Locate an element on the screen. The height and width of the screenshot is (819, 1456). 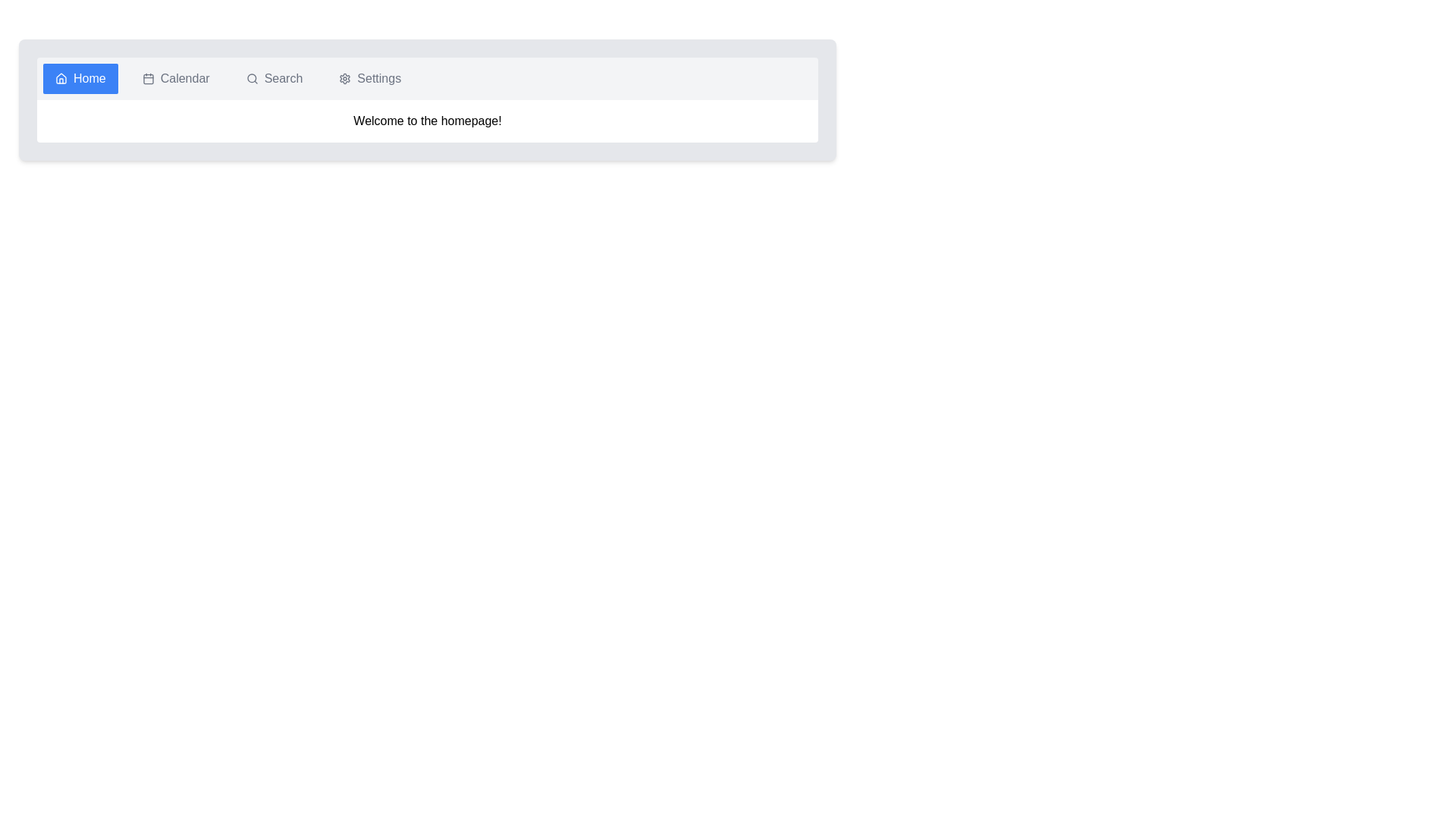
the search label text located in the navigation bar, next to the magnifying glass icon, which visually represents the search function is located at coordinates (284, 79).